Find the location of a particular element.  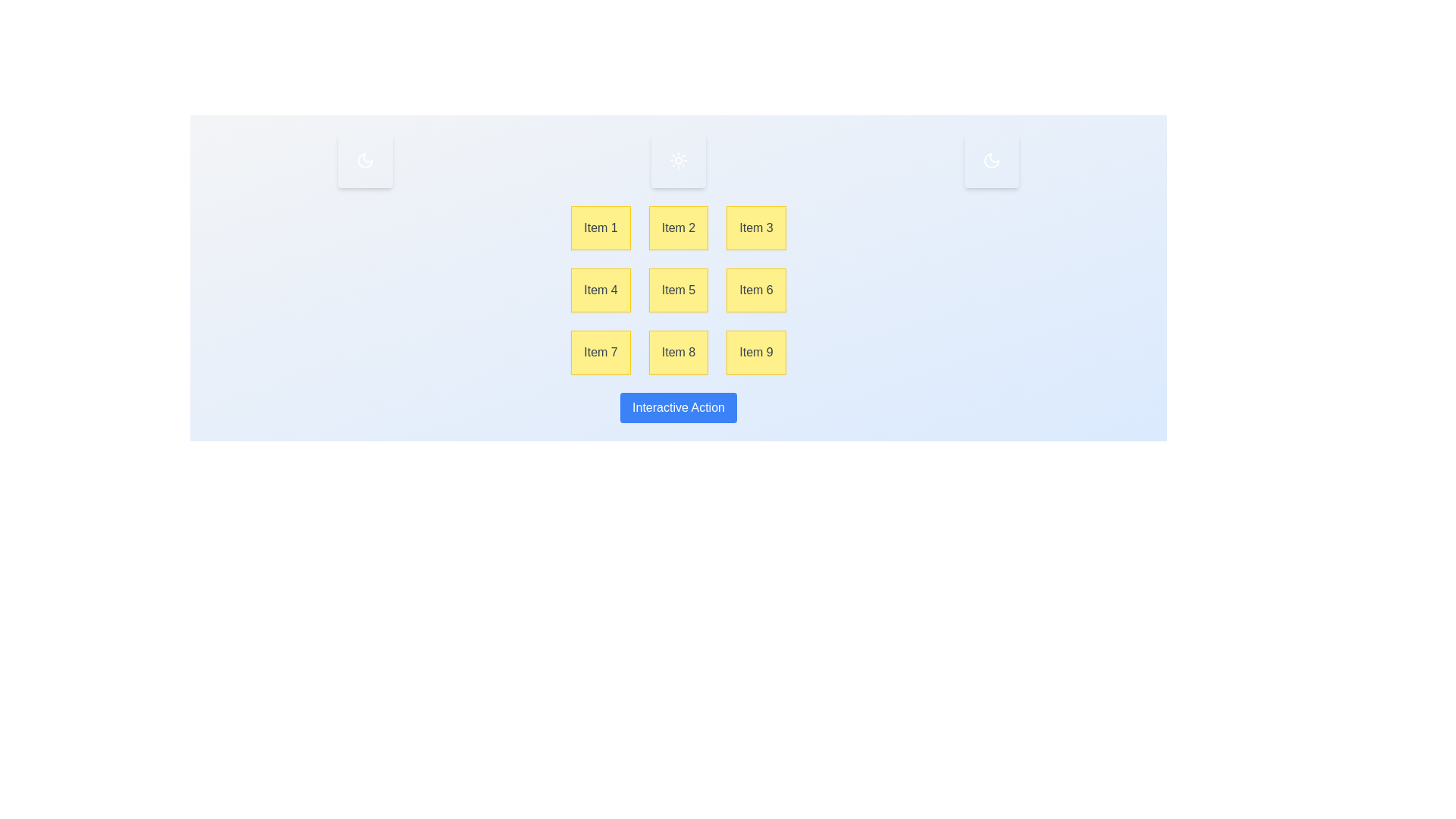

the static text label 'Item 8' which is located in the third row, second column of the grid layout, surrounded by 'Item 7' and 'Item 9' is located at coordinates (677, 353).